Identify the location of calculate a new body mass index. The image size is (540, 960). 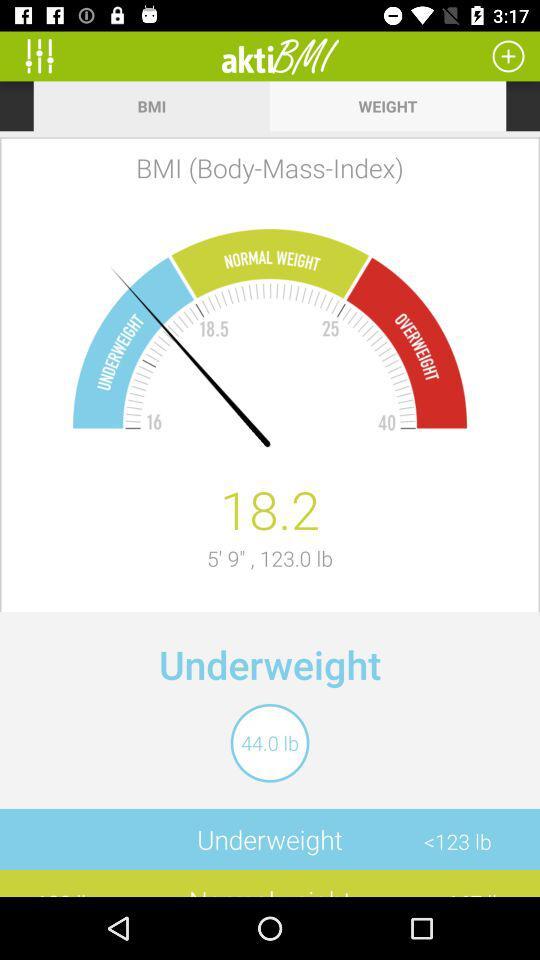
(508, 55).